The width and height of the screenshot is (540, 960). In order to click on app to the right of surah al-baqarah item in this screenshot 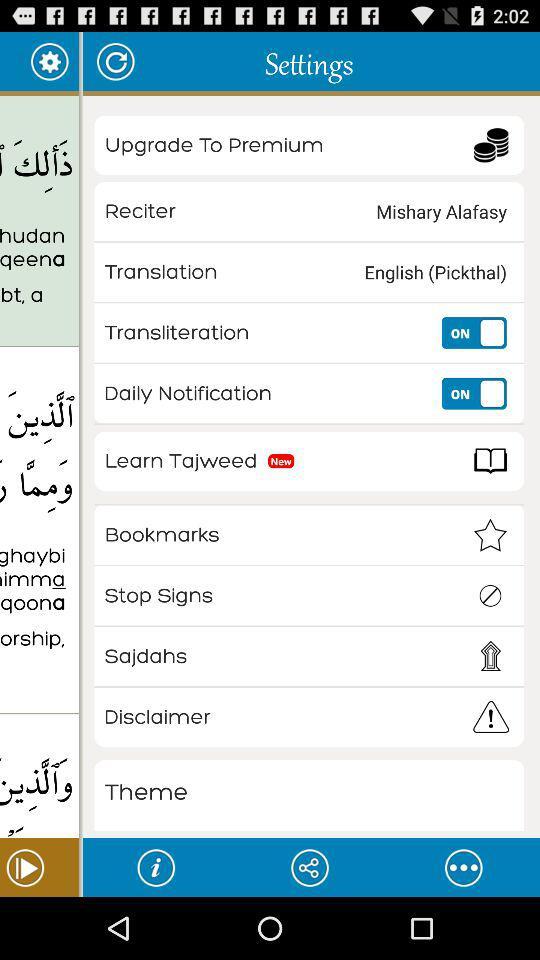, I will do `click(49, 61)`.